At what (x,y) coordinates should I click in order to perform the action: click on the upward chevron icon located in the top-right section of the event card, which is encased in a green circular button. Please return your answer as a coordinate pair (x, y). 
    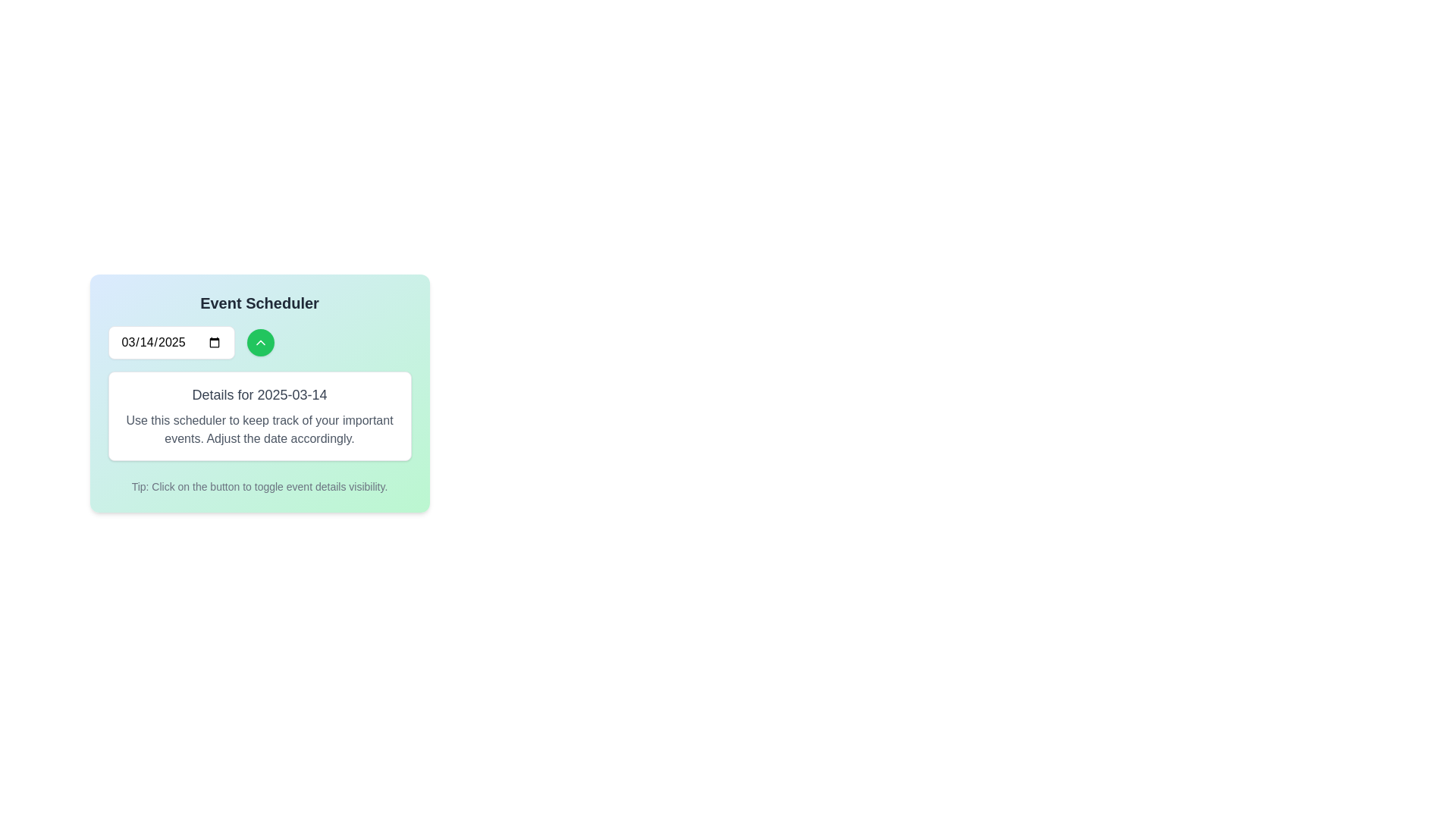
    Looking at the image, I should click on (260, 342).